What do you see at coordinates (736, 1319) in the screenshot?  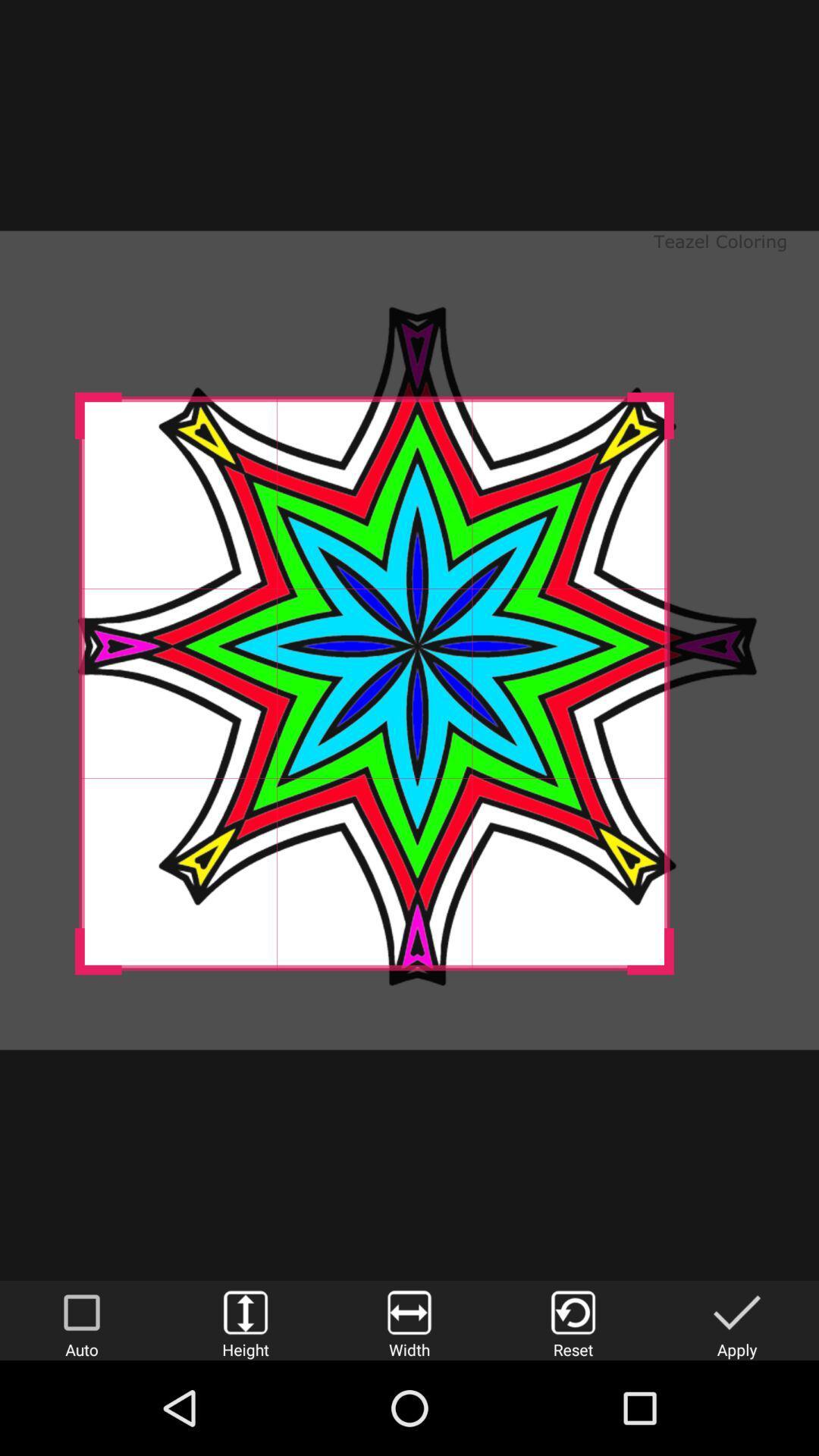 I see `the check icon` at bounding box center [736, 1319].